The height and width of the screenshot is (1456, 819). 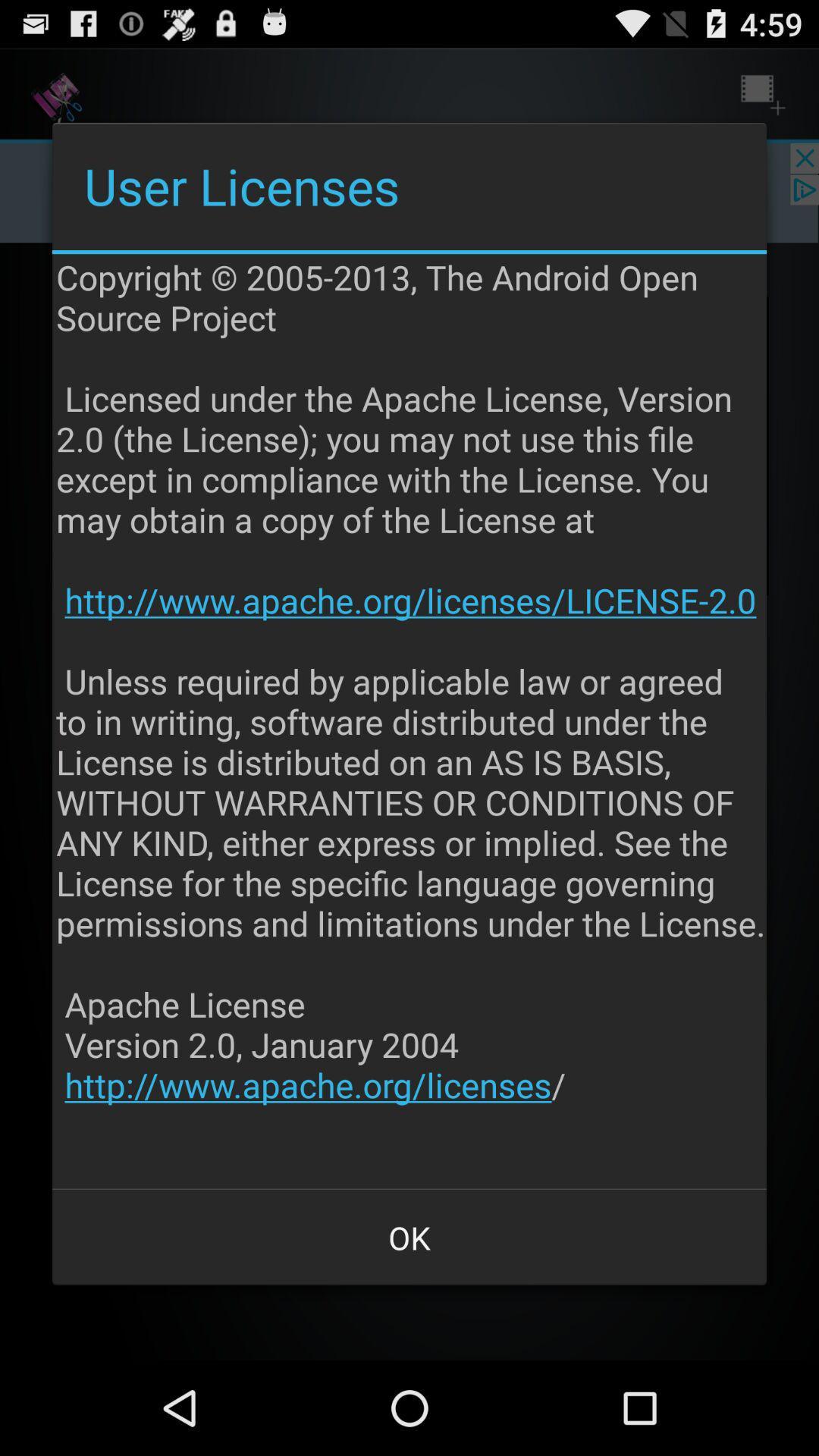 I want to click on the copyright 2005 2013, so click(x=411, y=720).